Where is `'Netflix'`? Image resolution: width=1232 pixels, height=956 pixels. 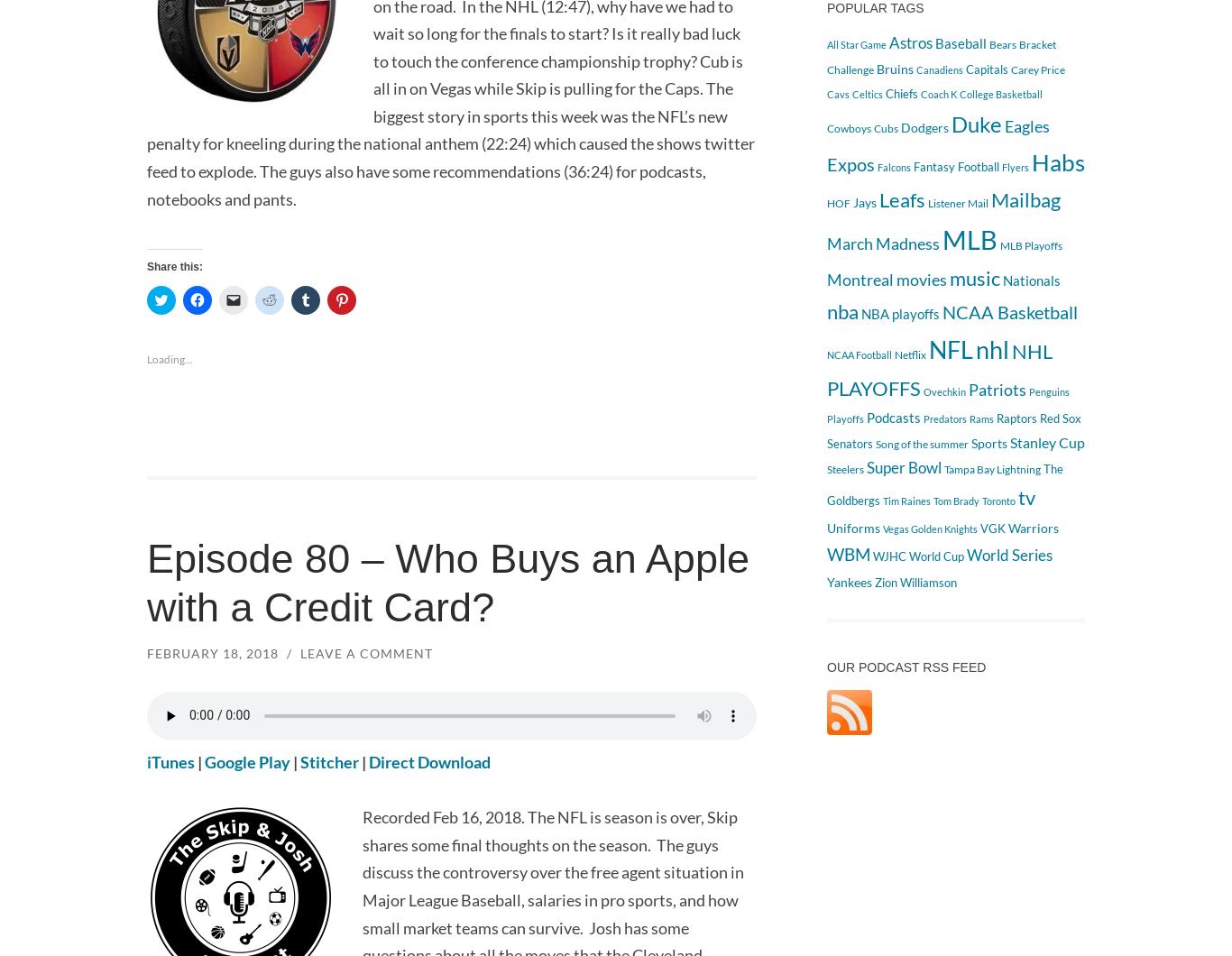 'Netflix' is located at coordinates (910, 354).